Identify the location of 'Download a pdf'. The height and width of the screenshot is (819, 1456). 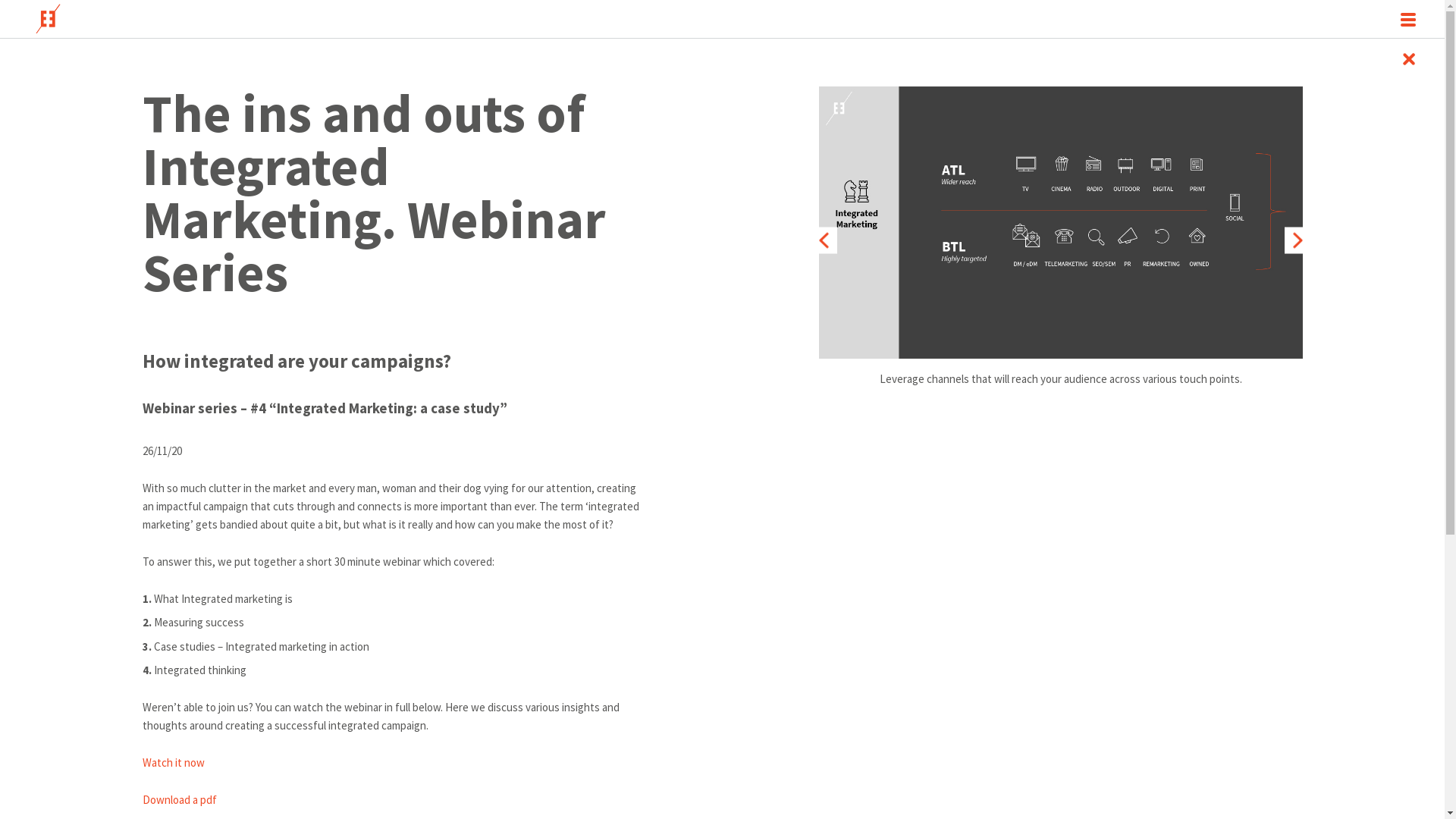
(142, 799).